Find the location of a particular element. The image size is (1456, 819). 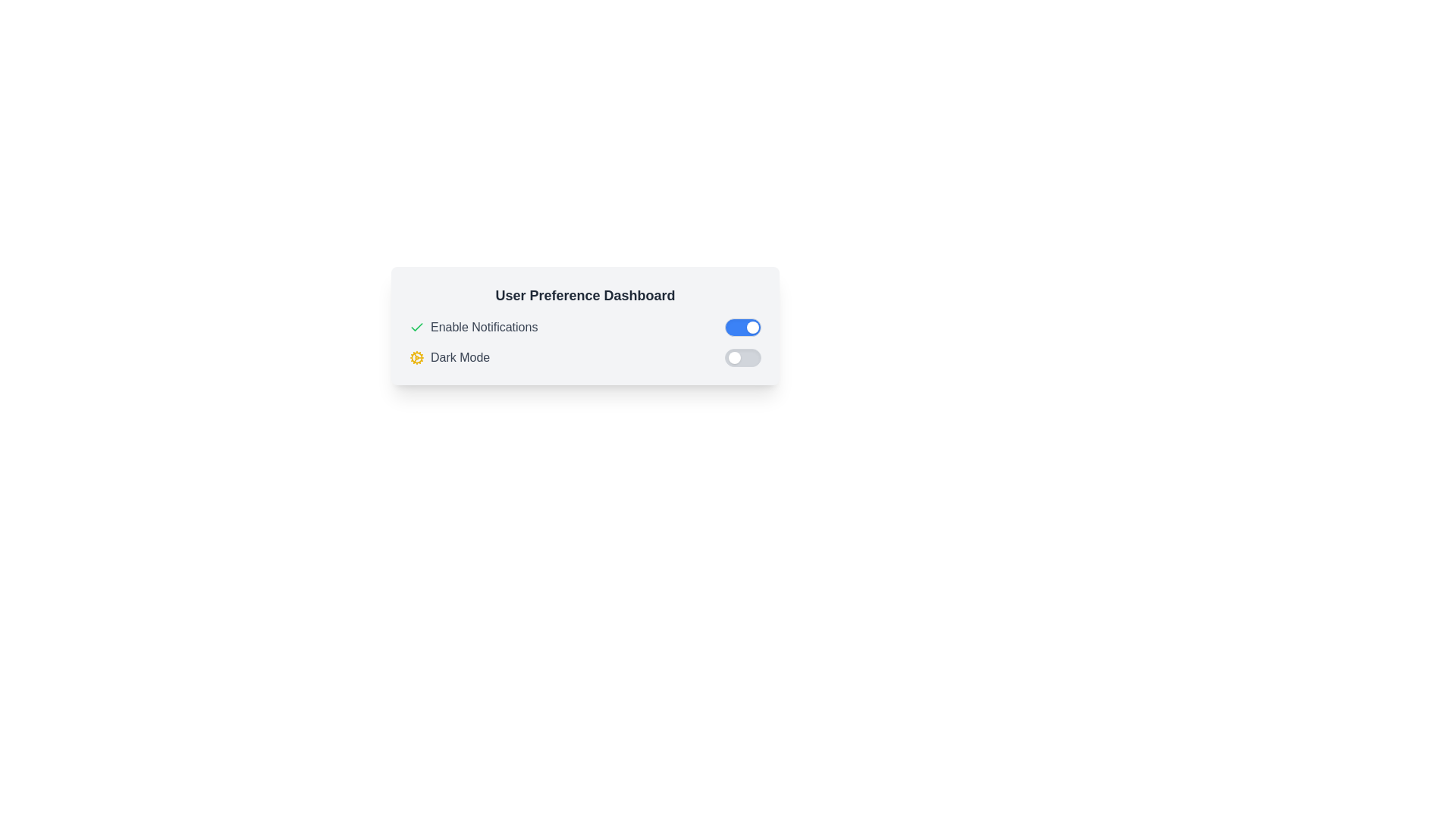

the Label and Icon Pair that toggles dark mode settings, located in the lower-left corner of the settings panel, the second item in the vertical list after 'Enable Notifications' is located at coordinates (449, 357).